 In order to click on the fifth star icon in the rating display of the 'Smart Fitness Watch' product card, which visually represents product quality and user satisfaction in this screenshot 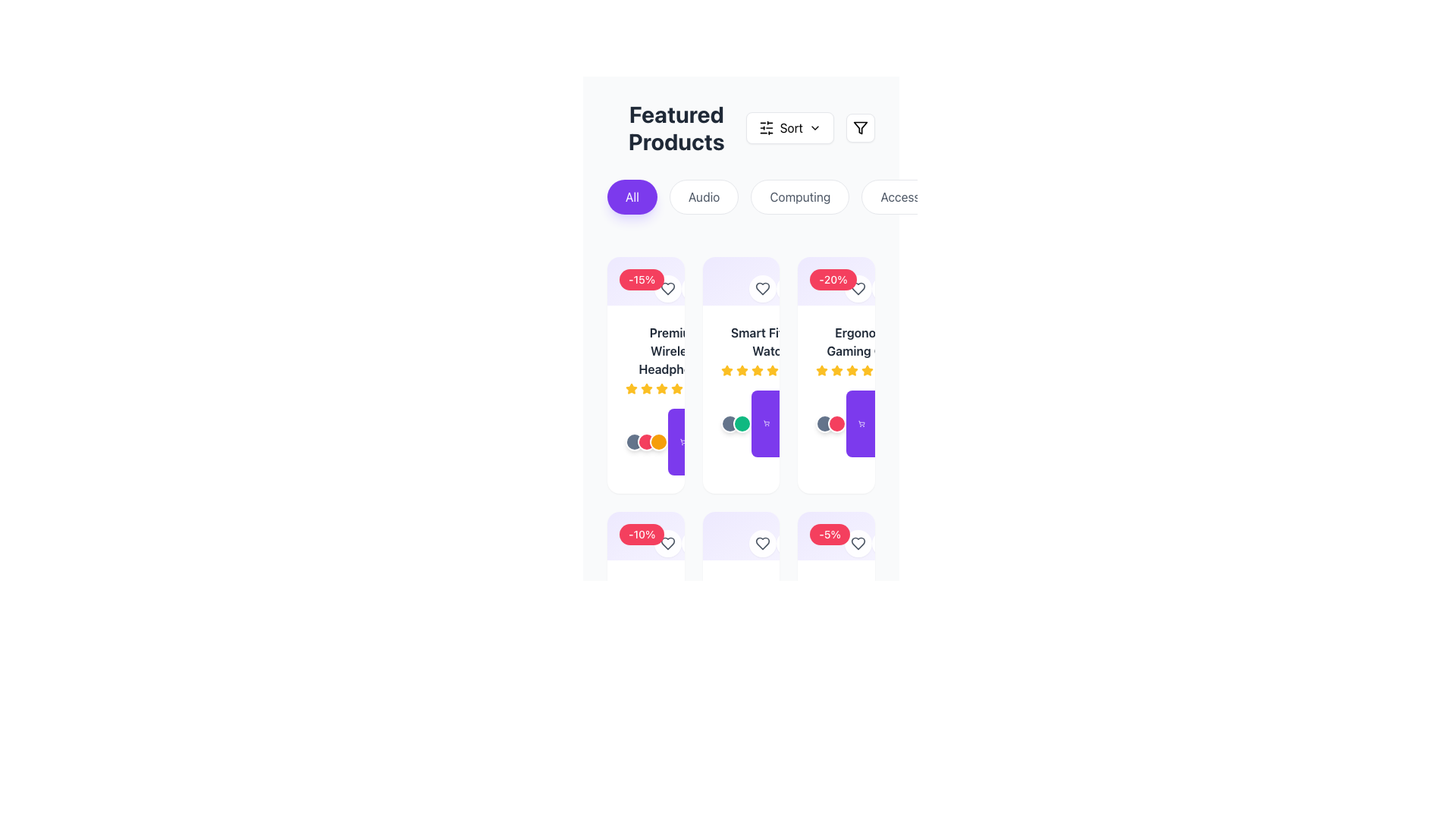, I will do `click(757, 371)`.